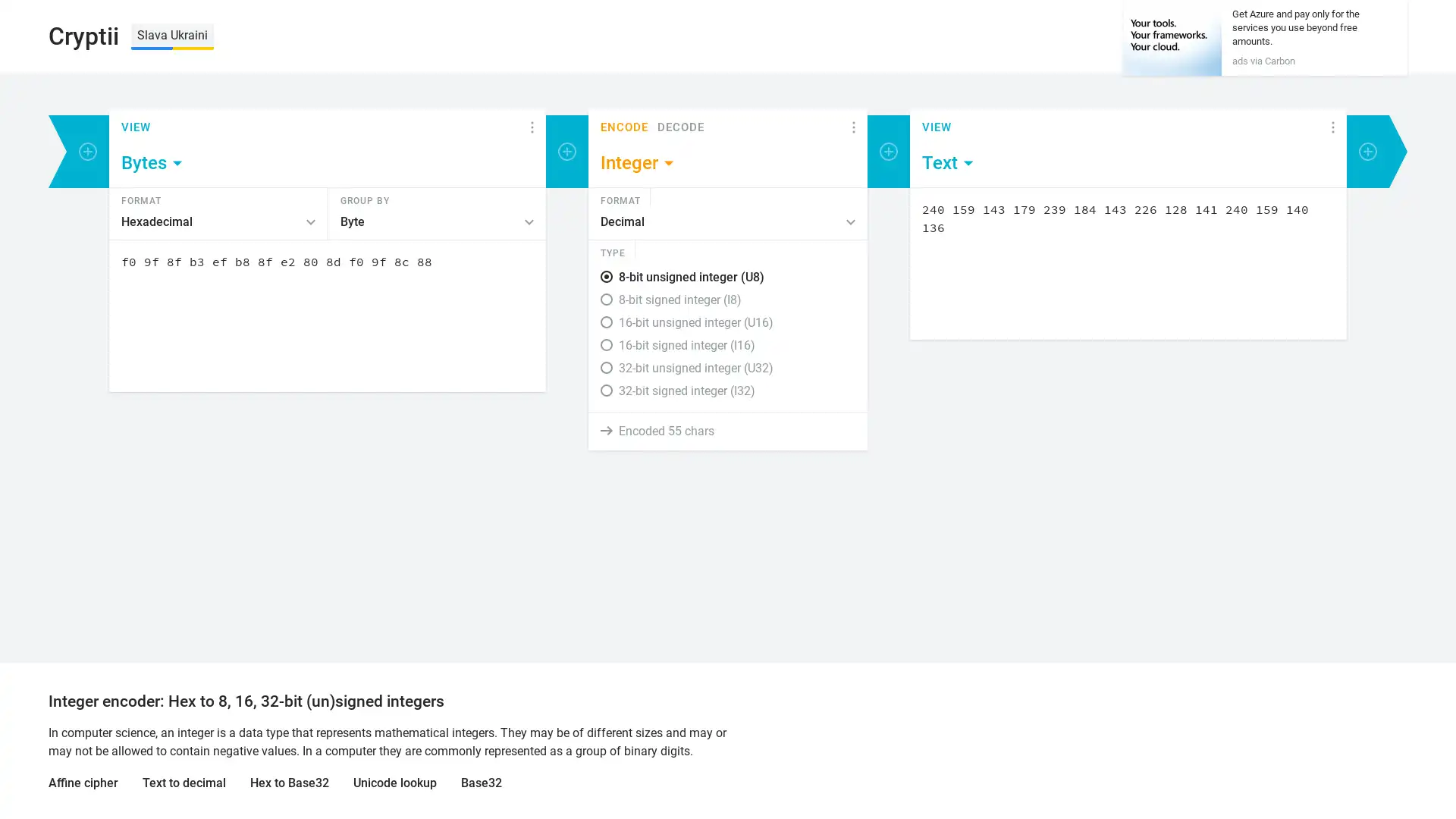  What do you see at coordinates (888, 152) in the screenshot?
I see `Add encoder or viewer` at bounding box center [888, 152].